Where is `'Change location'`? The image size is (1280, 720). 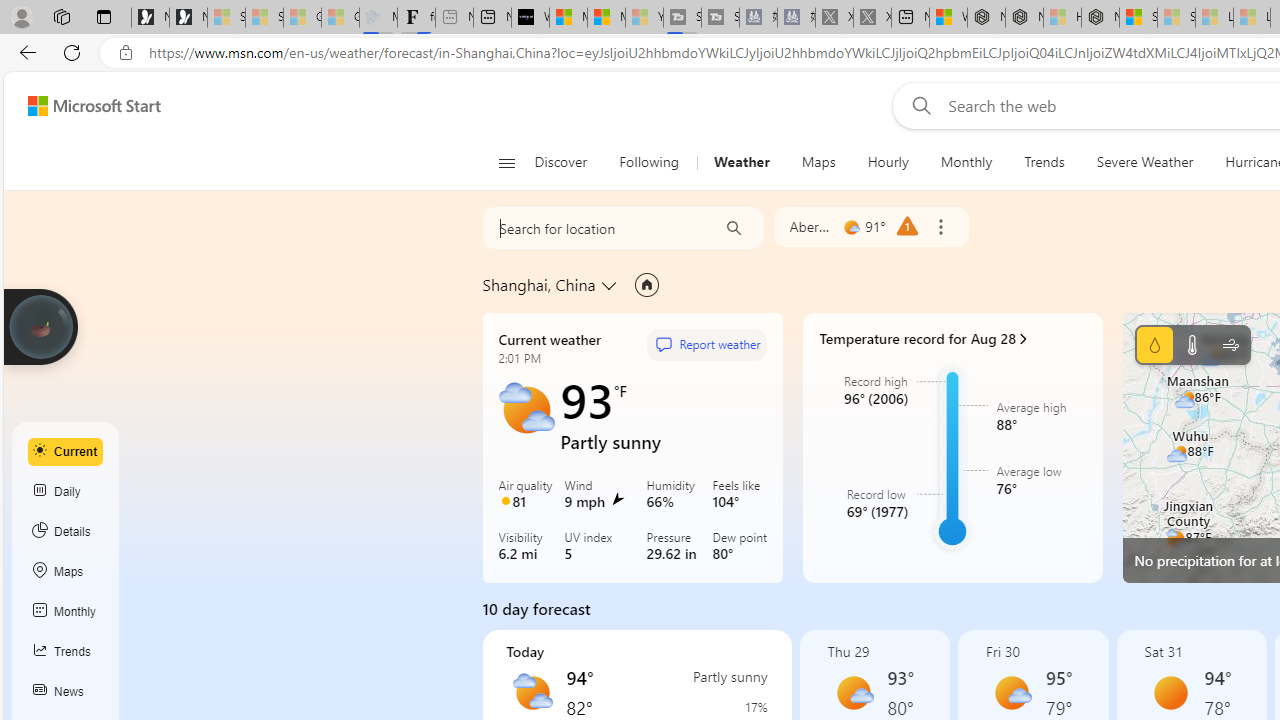 'Change location' is located at coordinates (610, 285).